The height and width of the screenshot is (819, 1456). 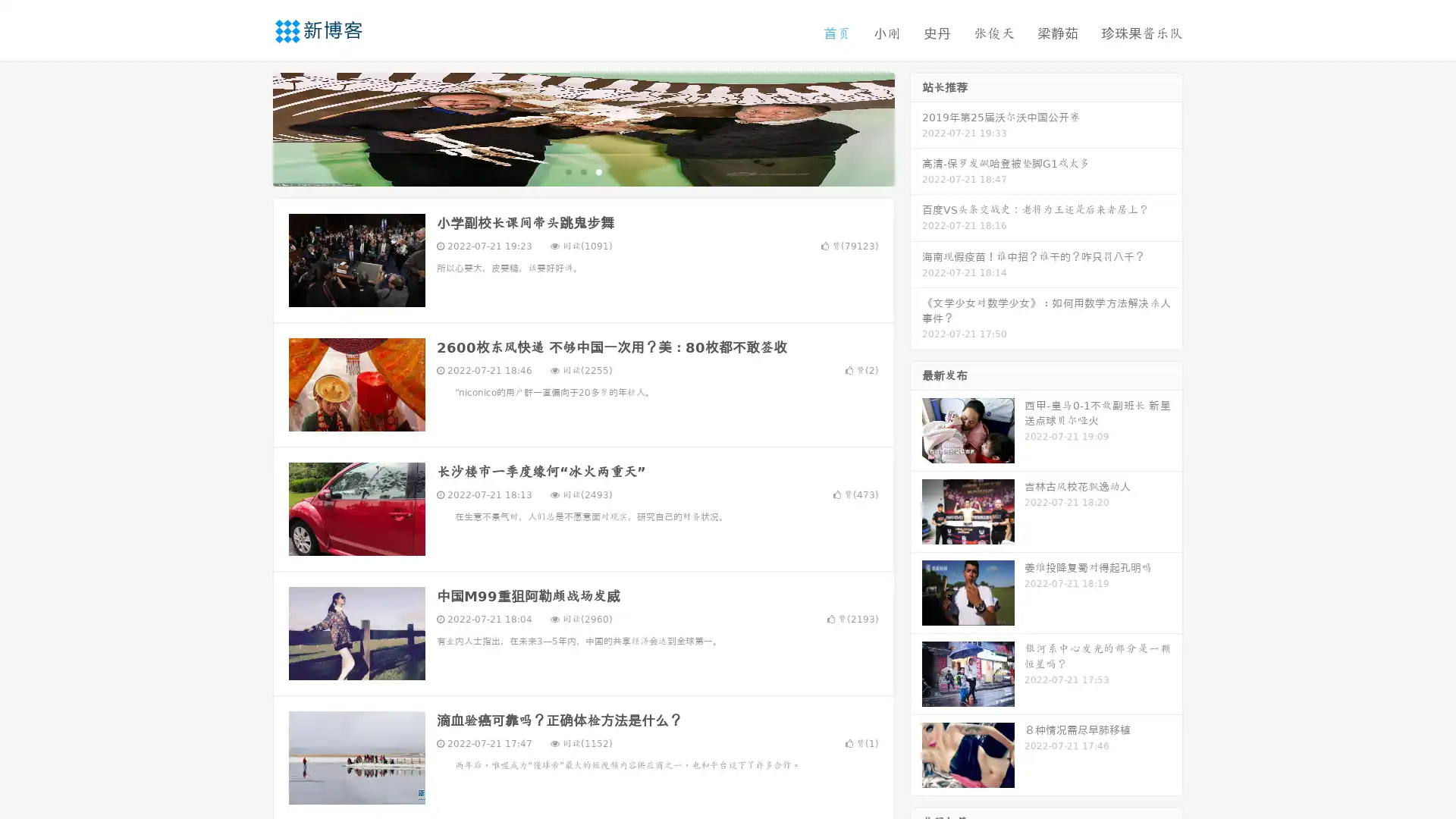 What do you see at coordinates (598, 171) in the screenshot?
I see `Go to slide 3` at bounding box center [598, 171].